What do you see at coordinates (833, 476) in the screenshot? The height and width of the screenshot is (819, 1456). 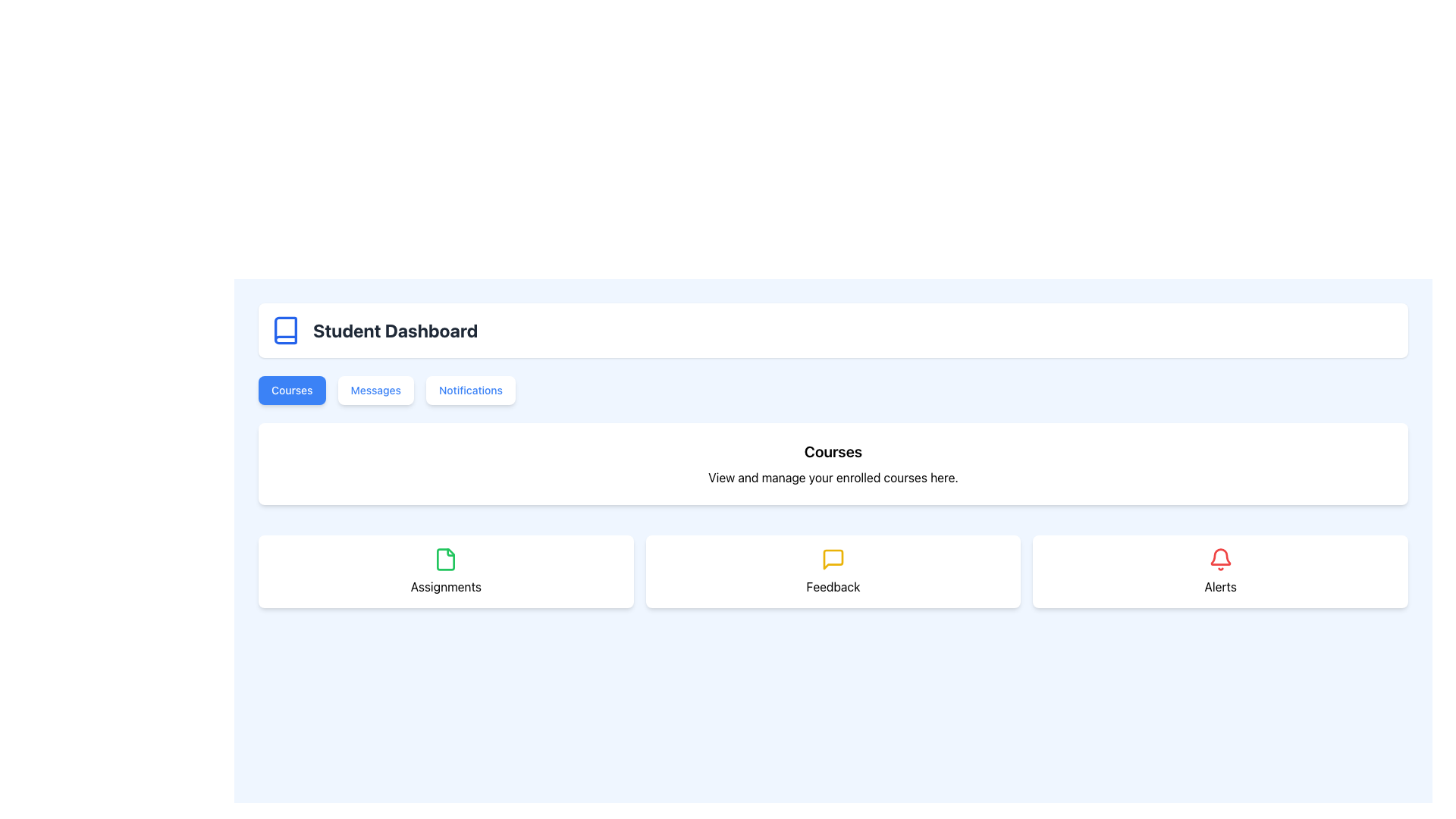 I see `the descriptive text label located beneath the 'Courses' heading, which provides instructions about course management` at bounding box center [833, 476].